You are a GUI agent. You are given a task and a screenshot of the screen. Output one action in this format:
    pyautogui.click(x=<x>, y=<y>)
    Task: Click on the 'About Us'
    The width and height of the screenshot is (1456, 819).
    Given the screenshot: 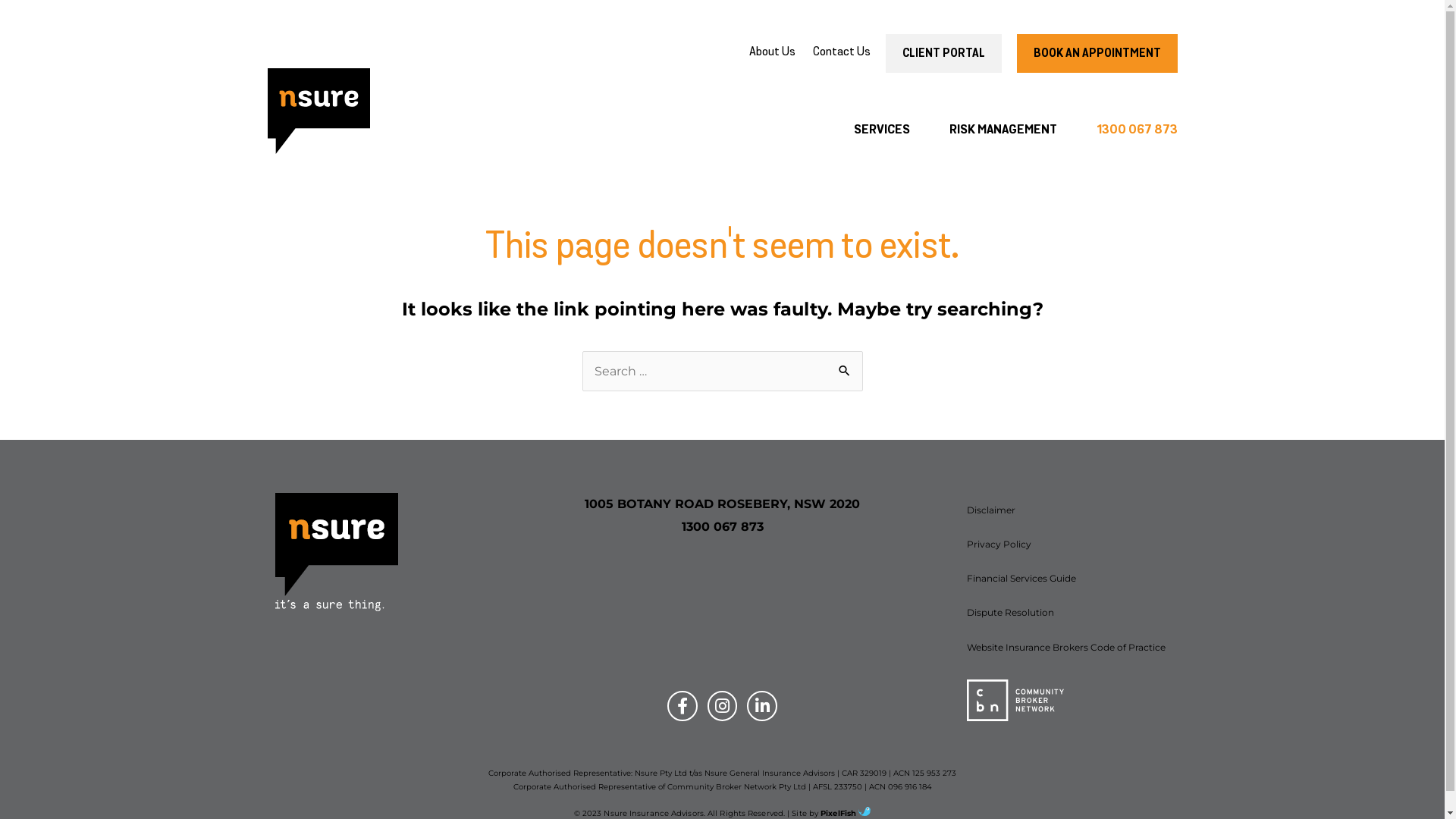 What is the action you would take?
    pyautogui.click(x=772, y=52)
    